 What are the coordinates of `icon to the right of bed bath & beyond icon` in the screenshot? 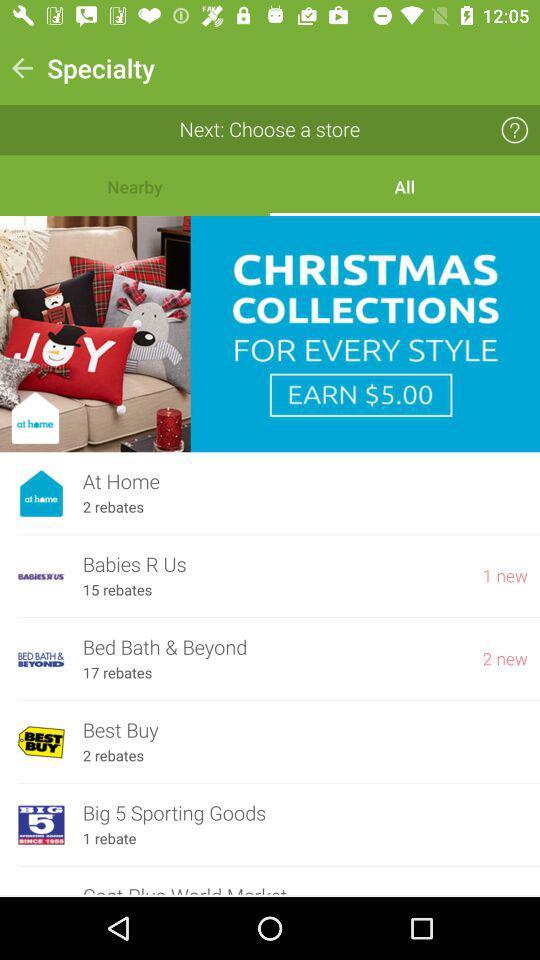 It's located at (504, 658).